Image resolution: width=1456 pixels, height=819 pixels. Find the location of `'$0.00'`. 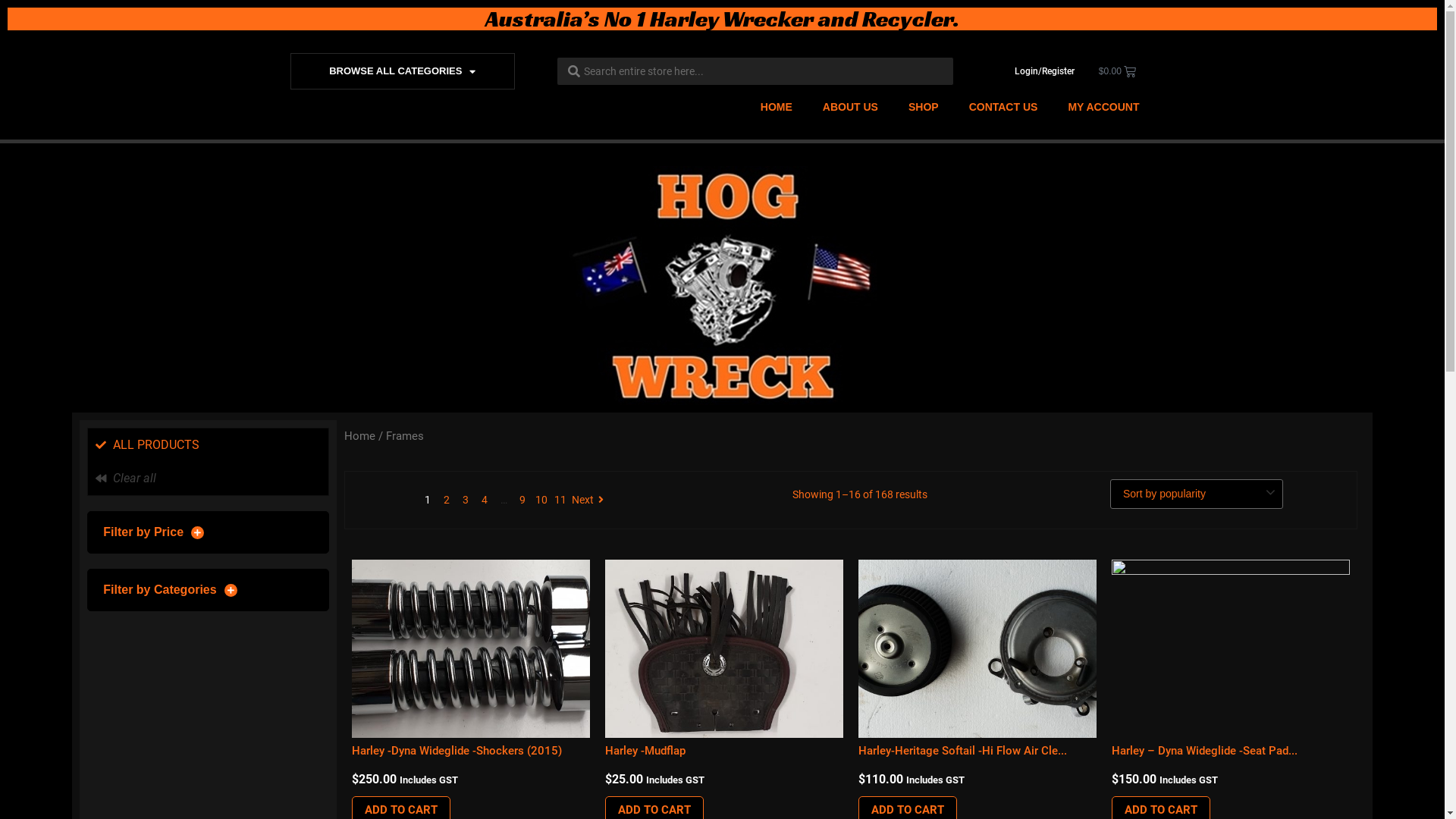

'$0.00' is located at coordinates (1117, 71).